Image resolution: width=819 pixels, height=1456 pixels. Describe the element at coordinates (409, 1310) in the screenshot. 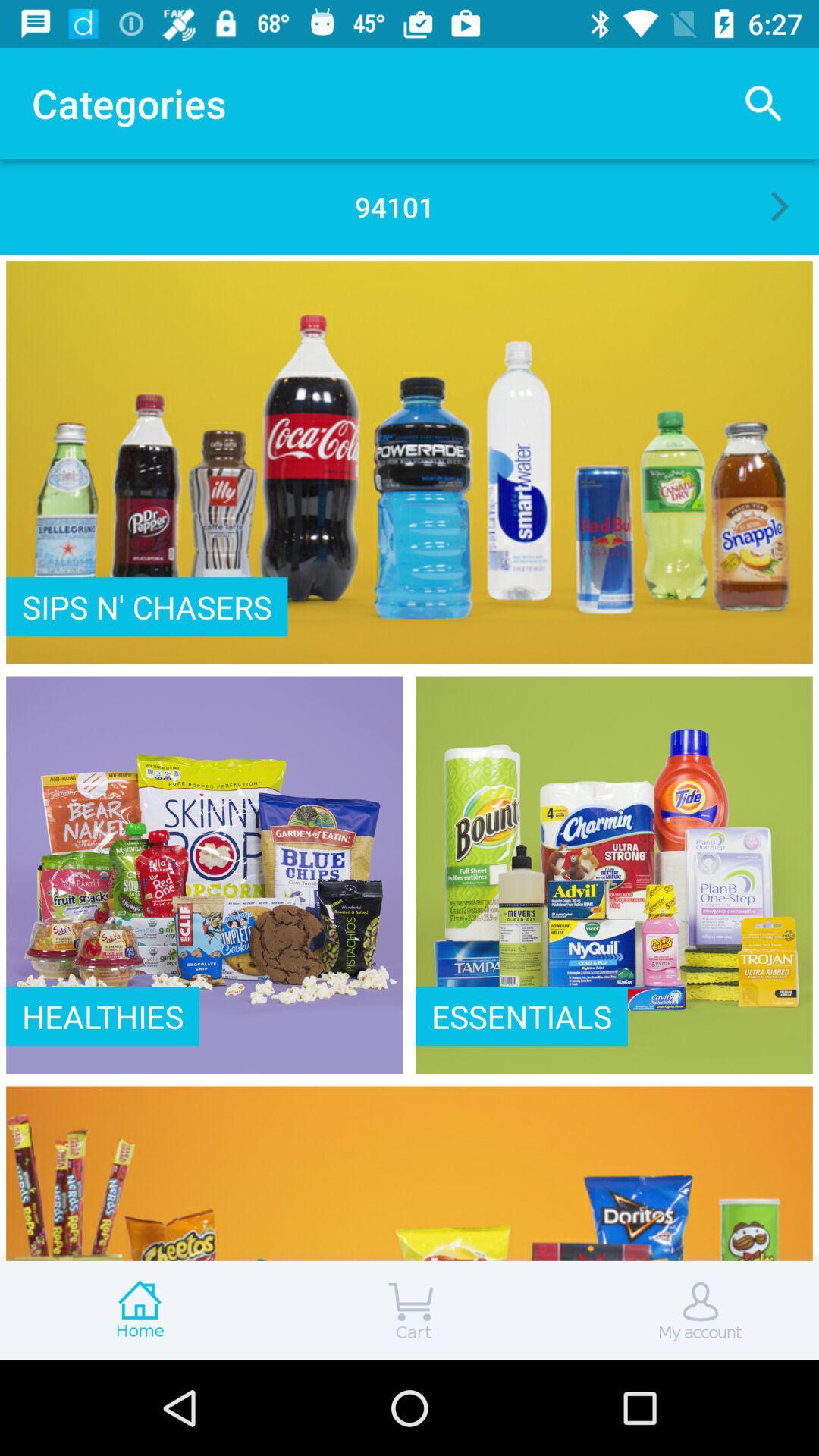

I see `the more icon` at that location.